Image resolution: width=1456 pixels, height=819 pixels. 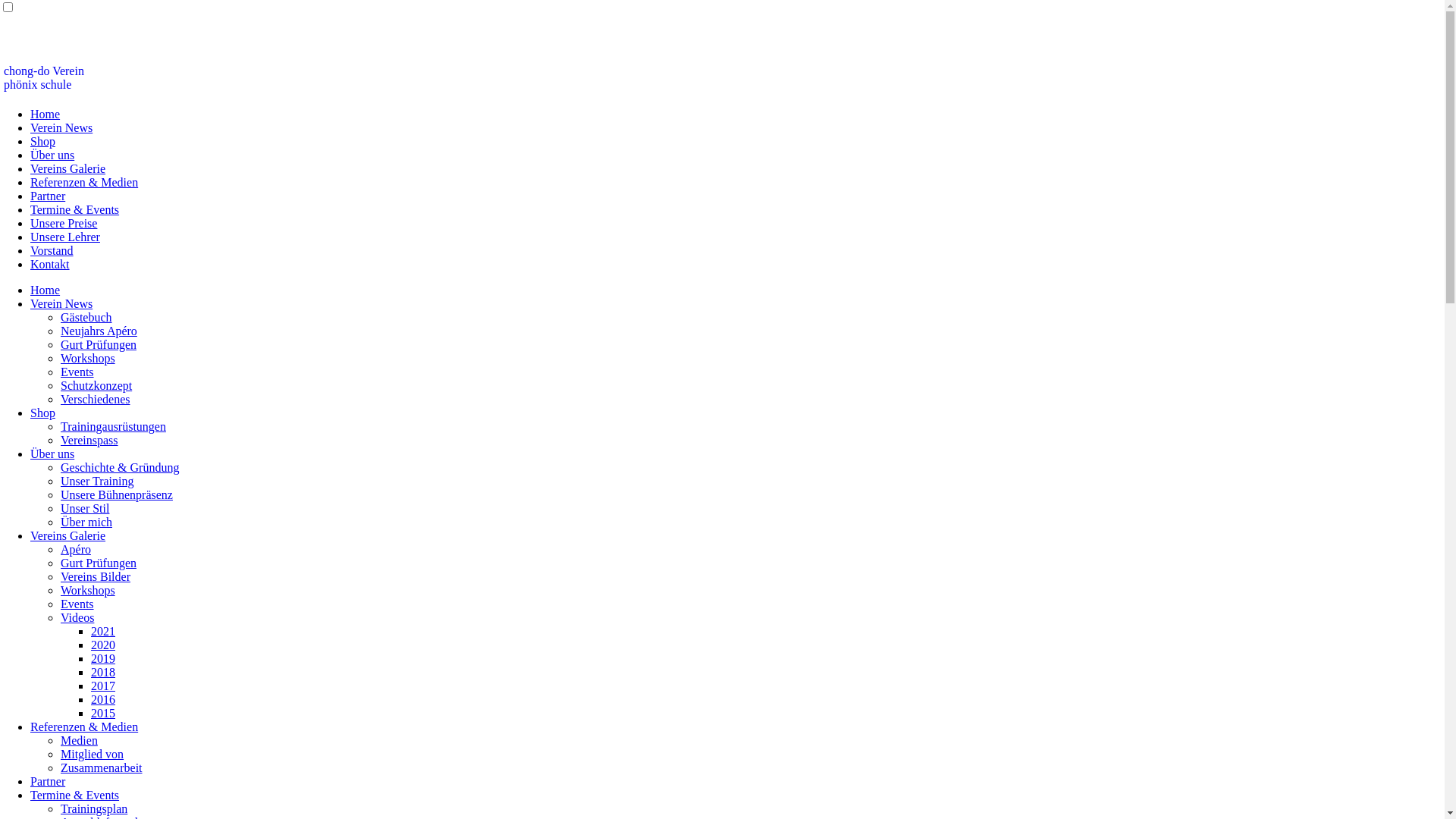 What do you see at coordinates (61, 603) in the screenshot?
I see `'Events'` at bounding box center [61, 603].